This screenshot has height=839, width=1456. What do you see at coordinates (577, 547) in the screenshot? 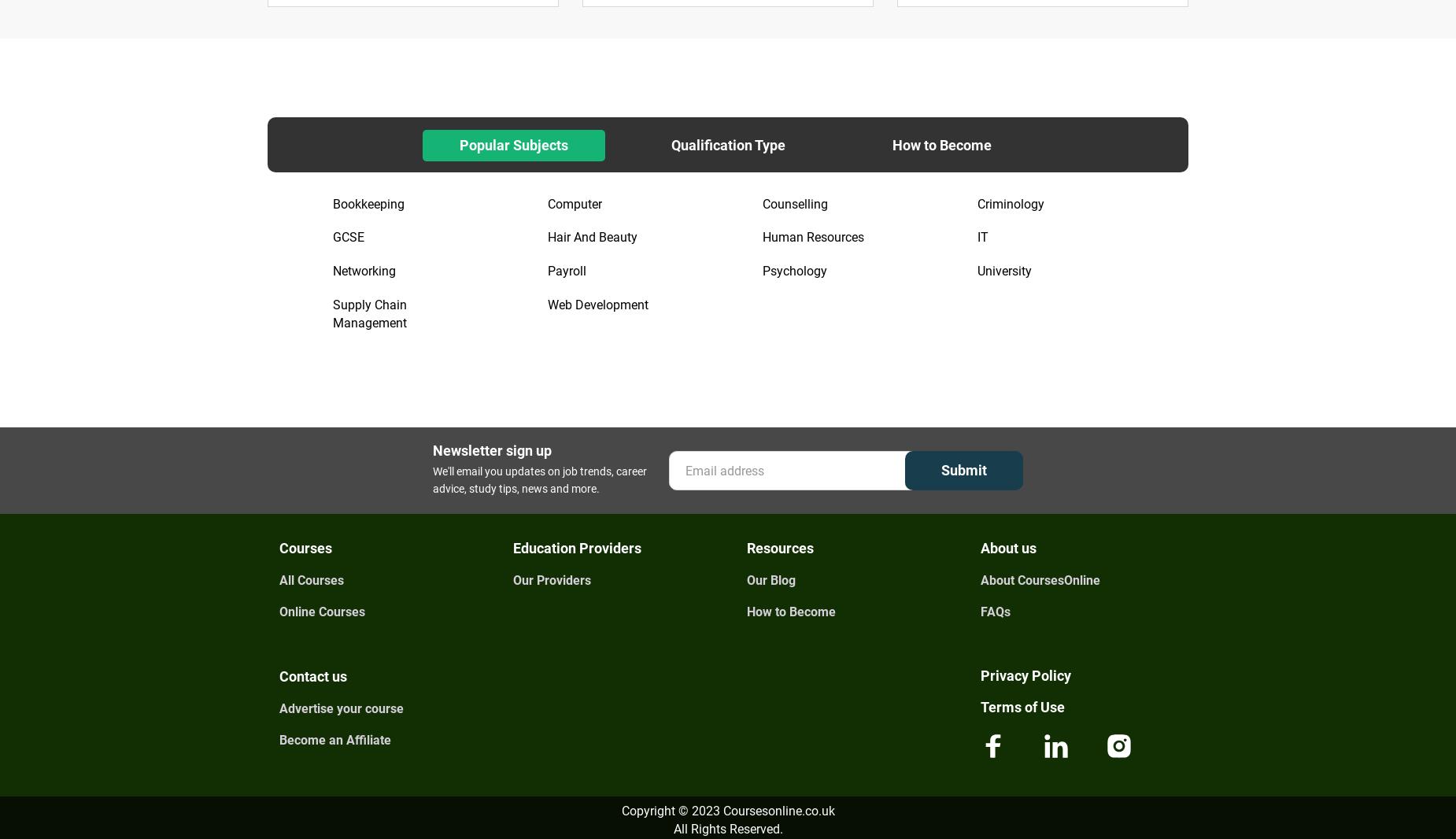
I see `'Education Providers'` at bounding box center [577, 547].